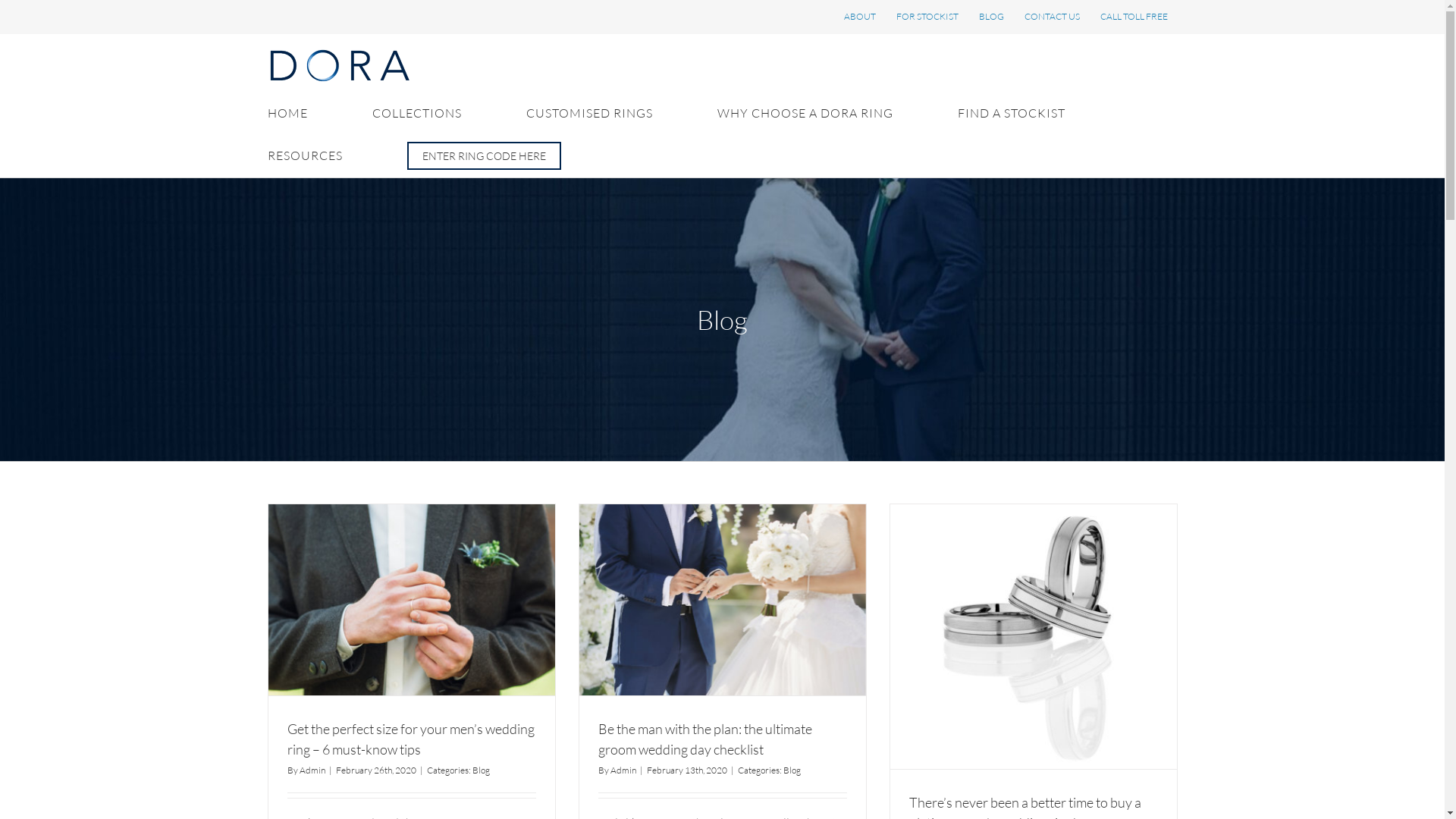 The width and height of the screenshot is (1456, 819). I want to click on 'ABOUT', so click(833, 17).